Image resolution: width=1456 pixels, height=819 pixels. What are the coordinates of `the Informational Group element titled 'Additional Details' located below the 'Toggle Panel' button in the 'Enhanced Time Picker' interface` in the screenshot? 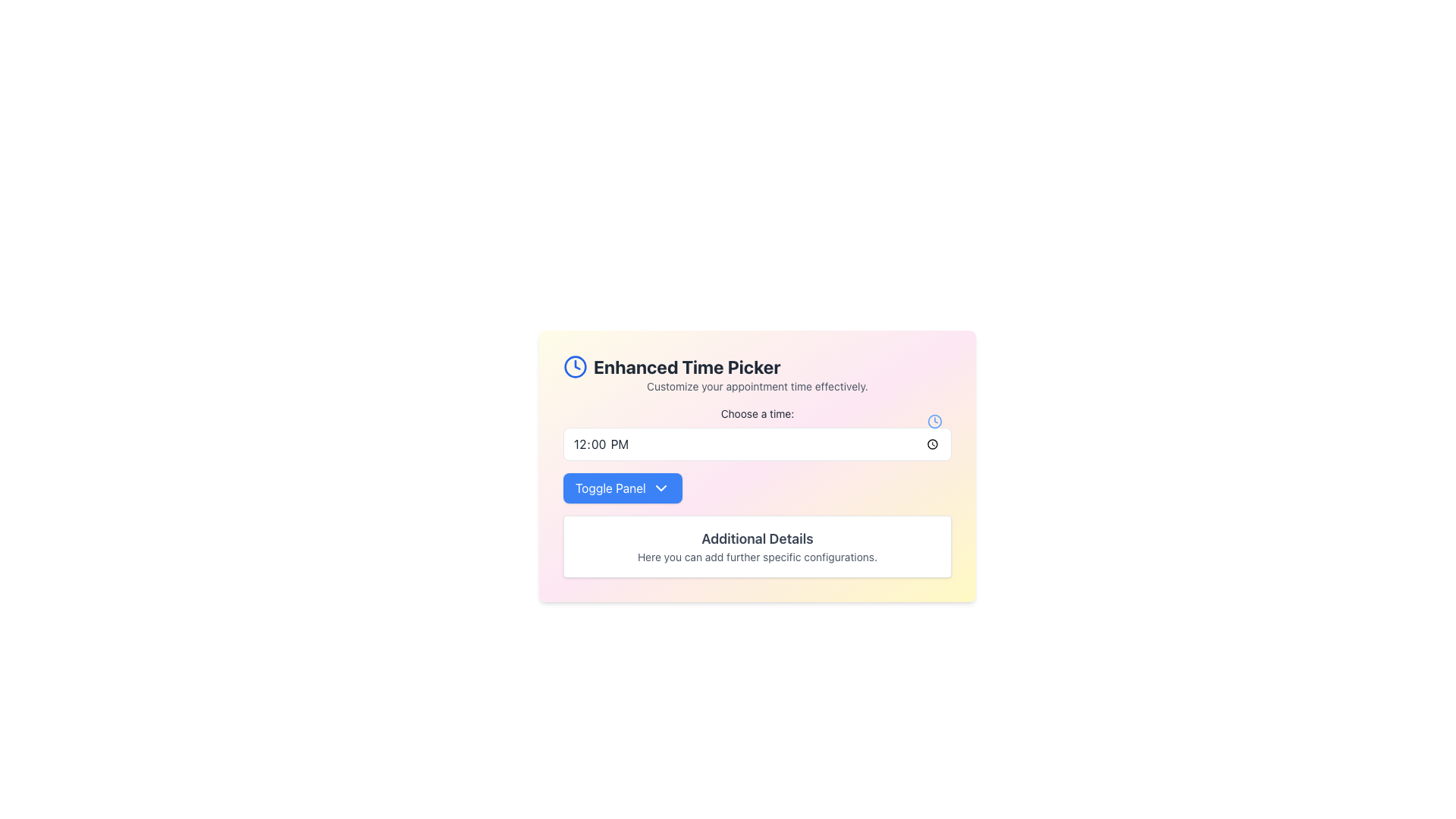 It's located at (757, 547).